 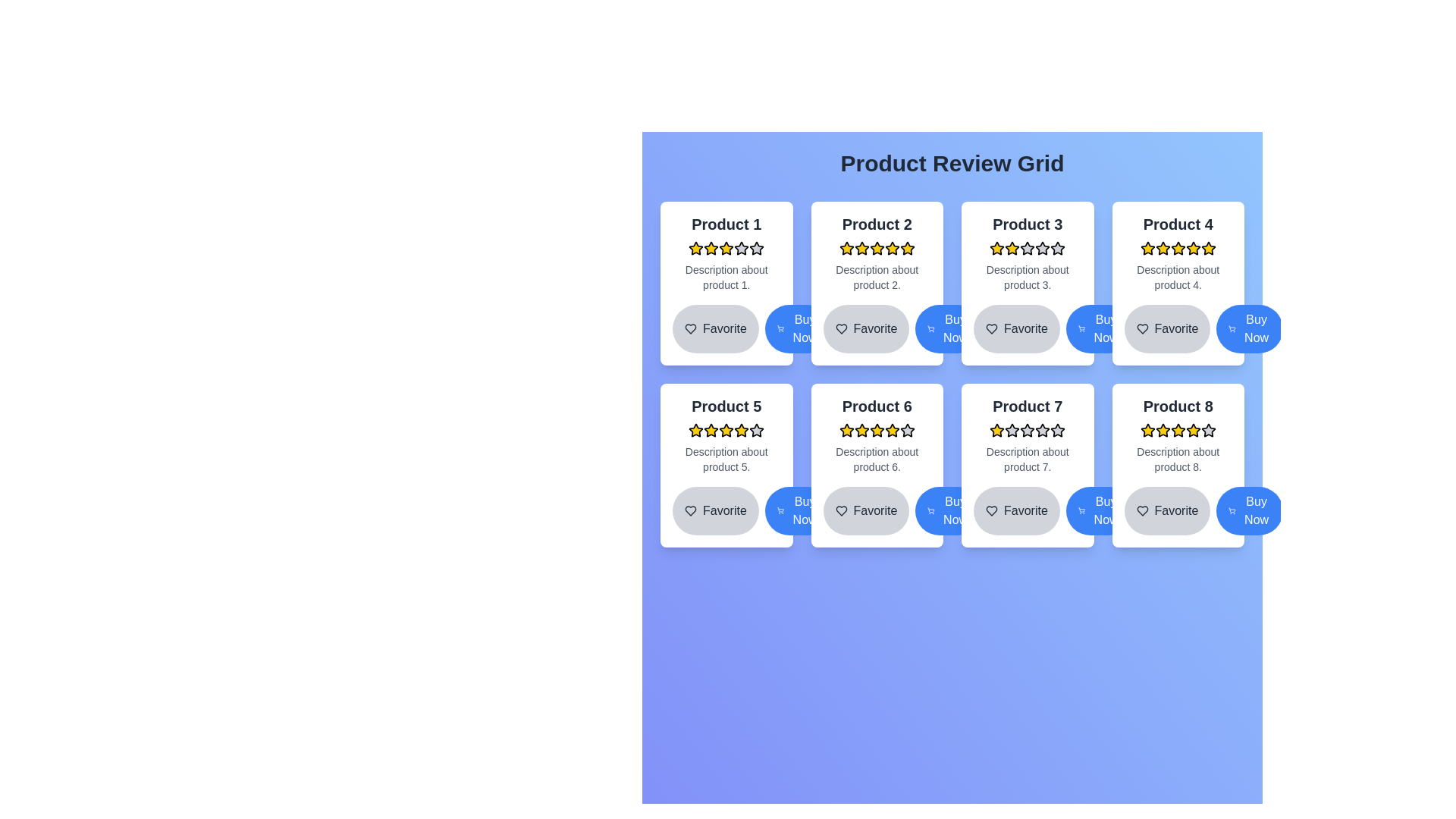 I want to click on the heart-shaped wireframe icon within the 'Favorite' button located below the rating stars for 'Product 3' in the product grid, so click(x=992, y=328).